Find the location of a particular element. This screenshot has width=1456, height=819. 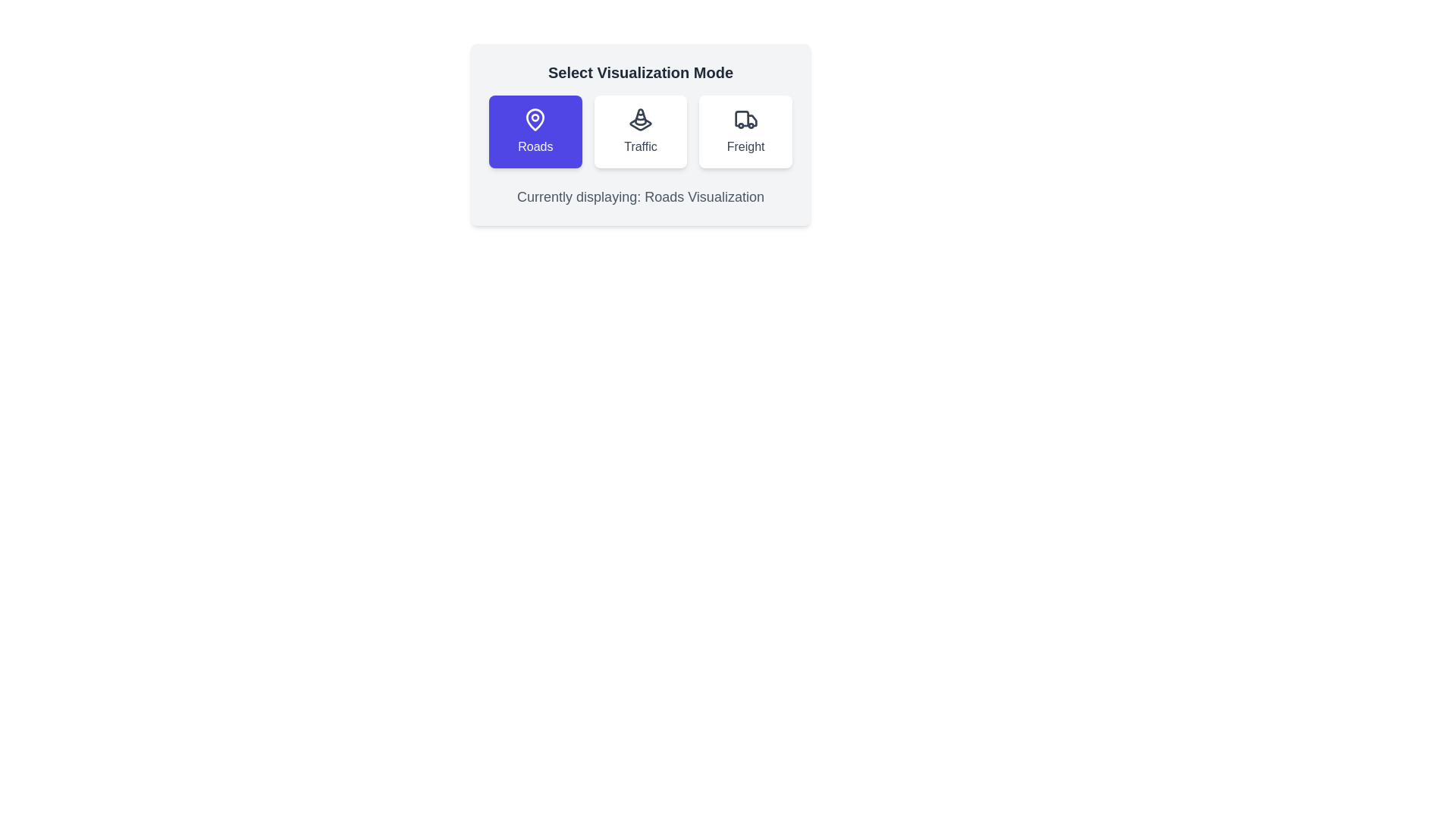

the button labeled Traffic to observe the hover effect is located at coordinates (640, 130).